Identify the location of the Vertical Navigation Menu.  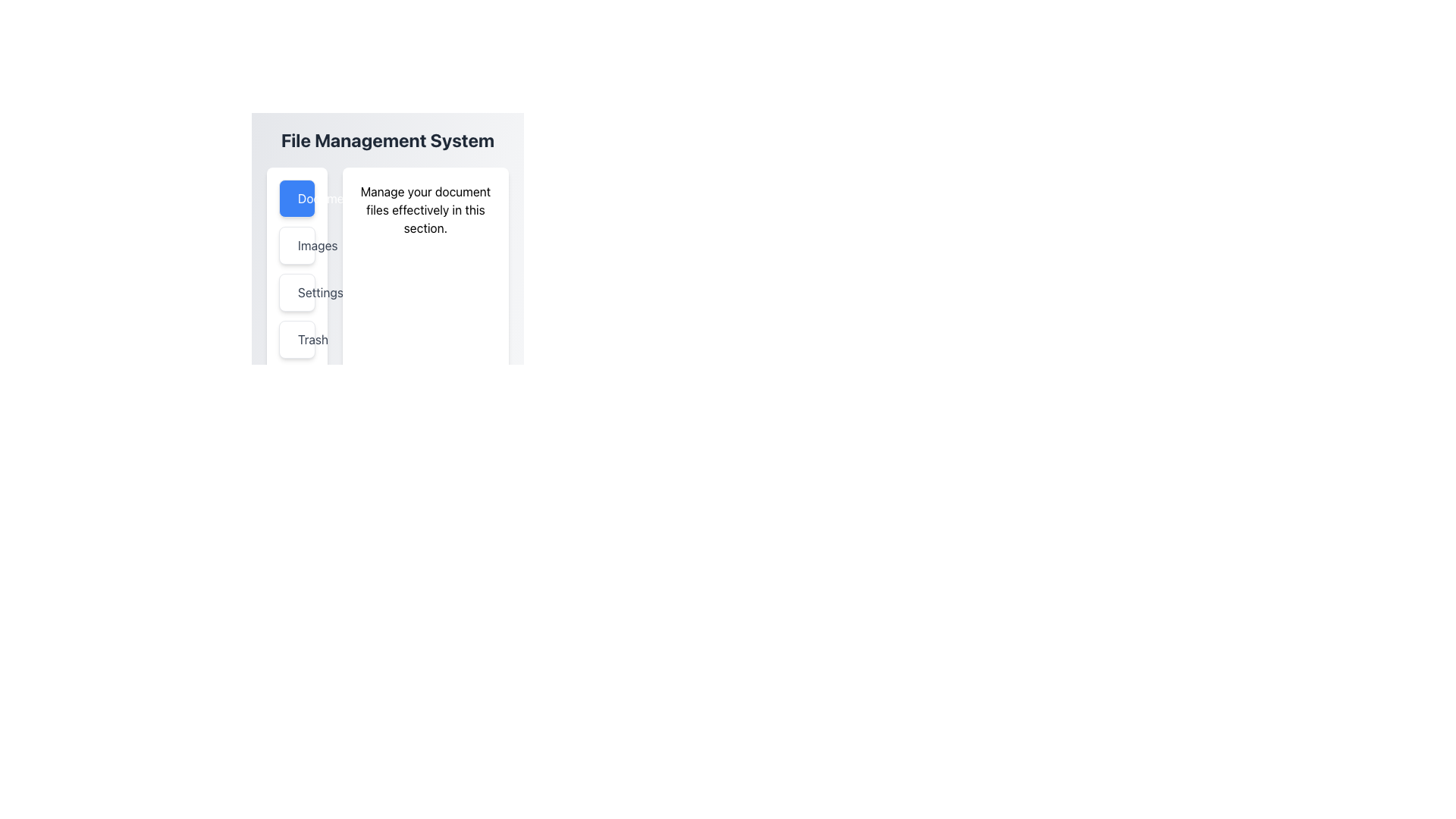
(297, 268).